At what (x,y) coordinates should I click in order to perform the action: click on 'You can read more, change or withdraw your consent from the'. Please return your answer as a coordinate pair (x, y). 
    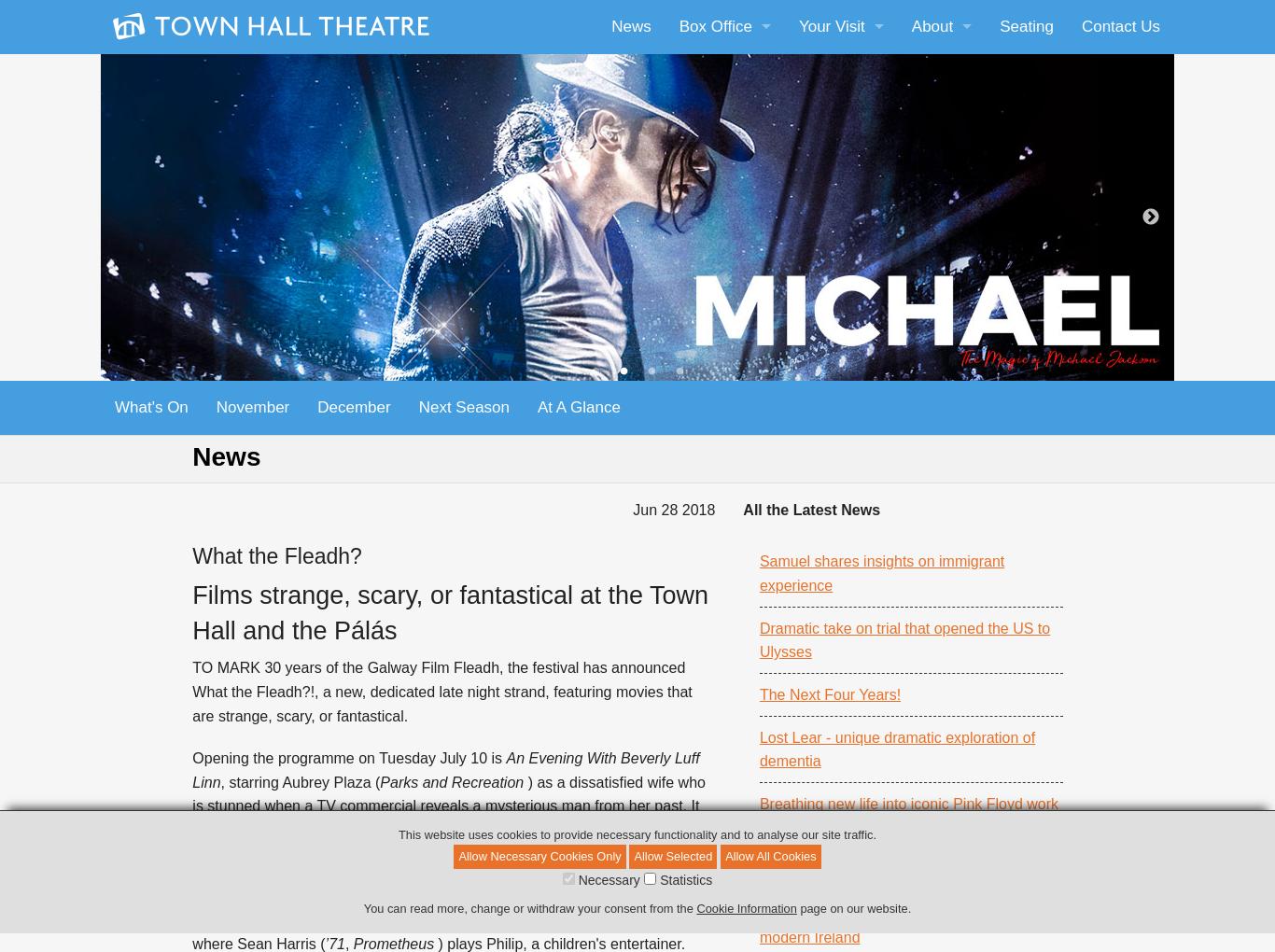
    Looking at the image, I should click on (362, 906).